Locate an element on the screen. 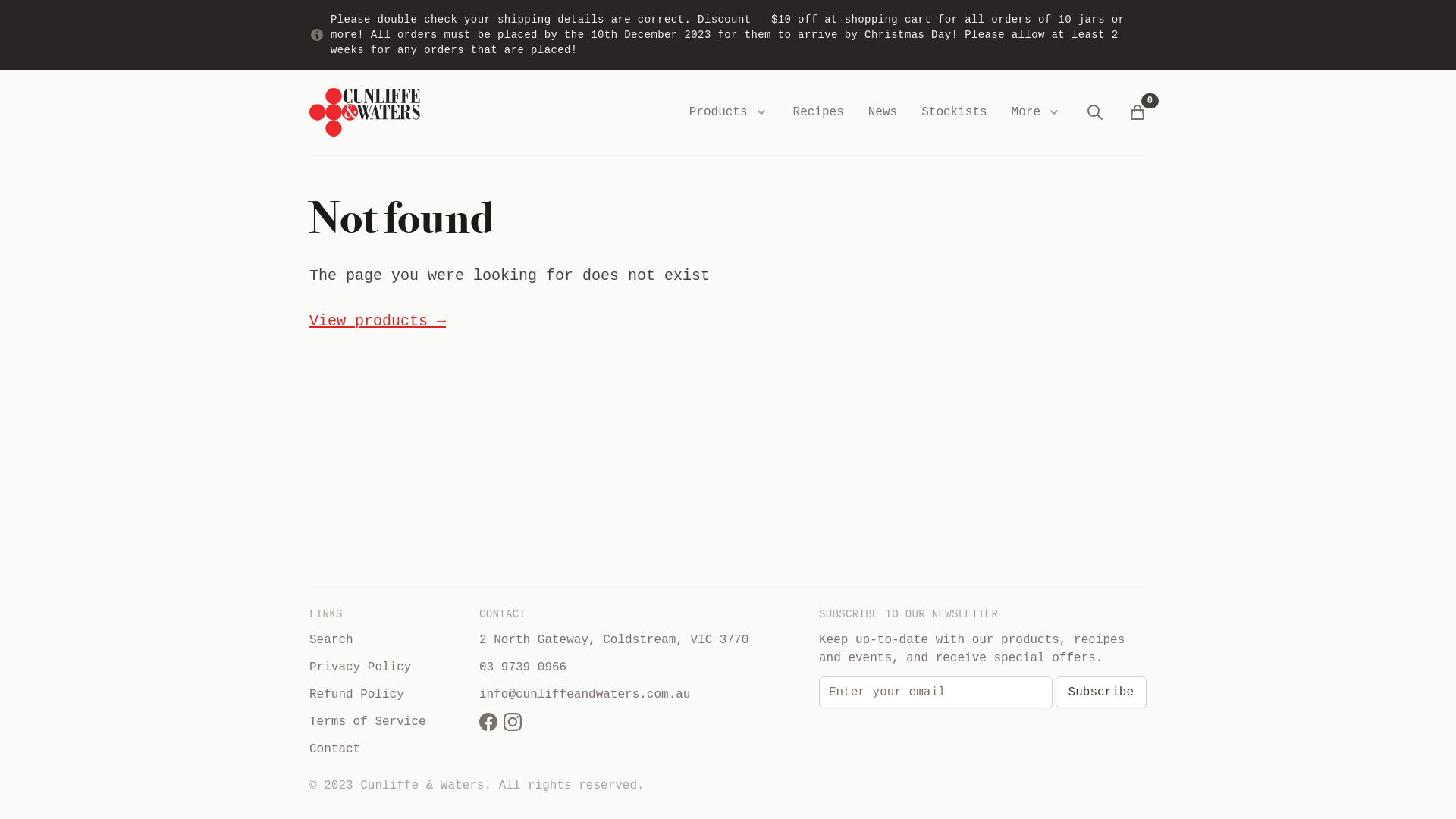 The width and height of the screenshot is (1456, 819). 'Facebook' is located at coordinates (488, 721).